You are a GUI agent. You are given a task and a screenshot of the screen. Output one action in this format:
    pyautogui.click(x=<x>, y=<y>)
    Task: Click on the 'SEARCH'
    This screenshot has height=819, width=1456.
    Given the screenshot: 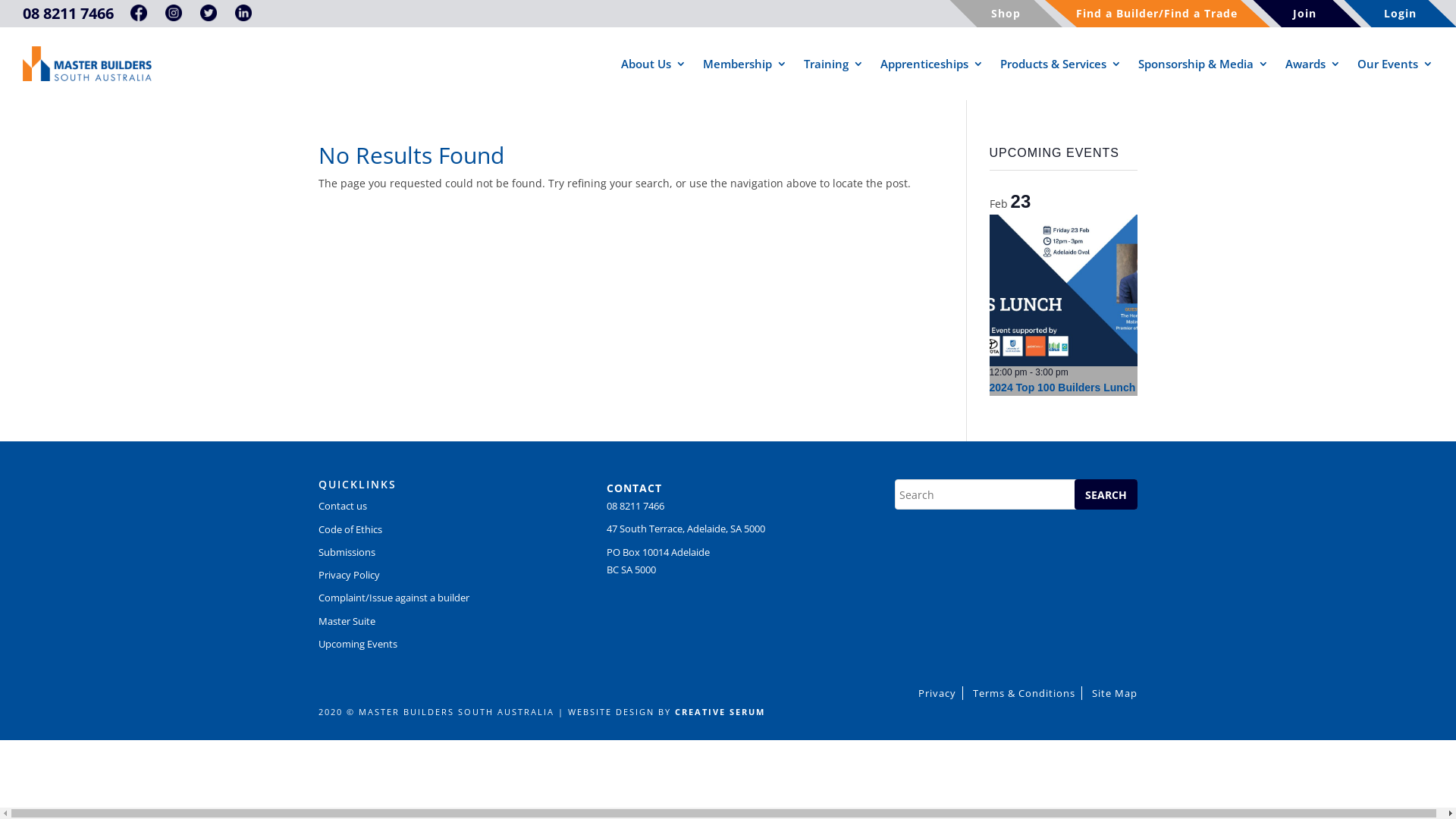 What is the action you would take?
    pyautogui.click(x=1073, y=494)
    